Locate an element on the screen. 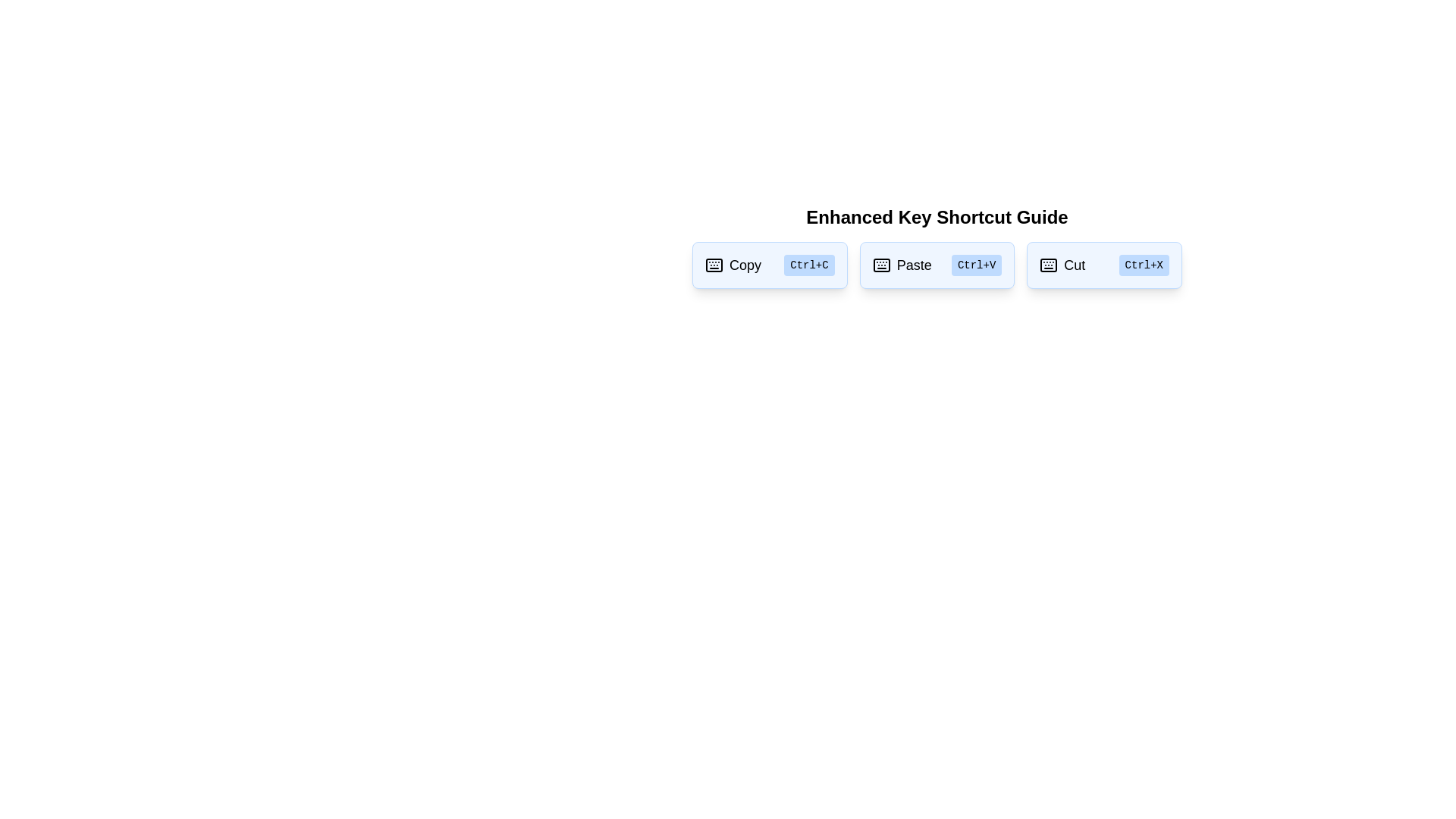 The image size is (1456, 819). the static label displaying the key combination 'Ctrl+X' for the 'Cut' action, which is positioned on the right side of the group of labels in the 'Enhanced Key Shortcut Guide' is located at coordinates (1144, 265).